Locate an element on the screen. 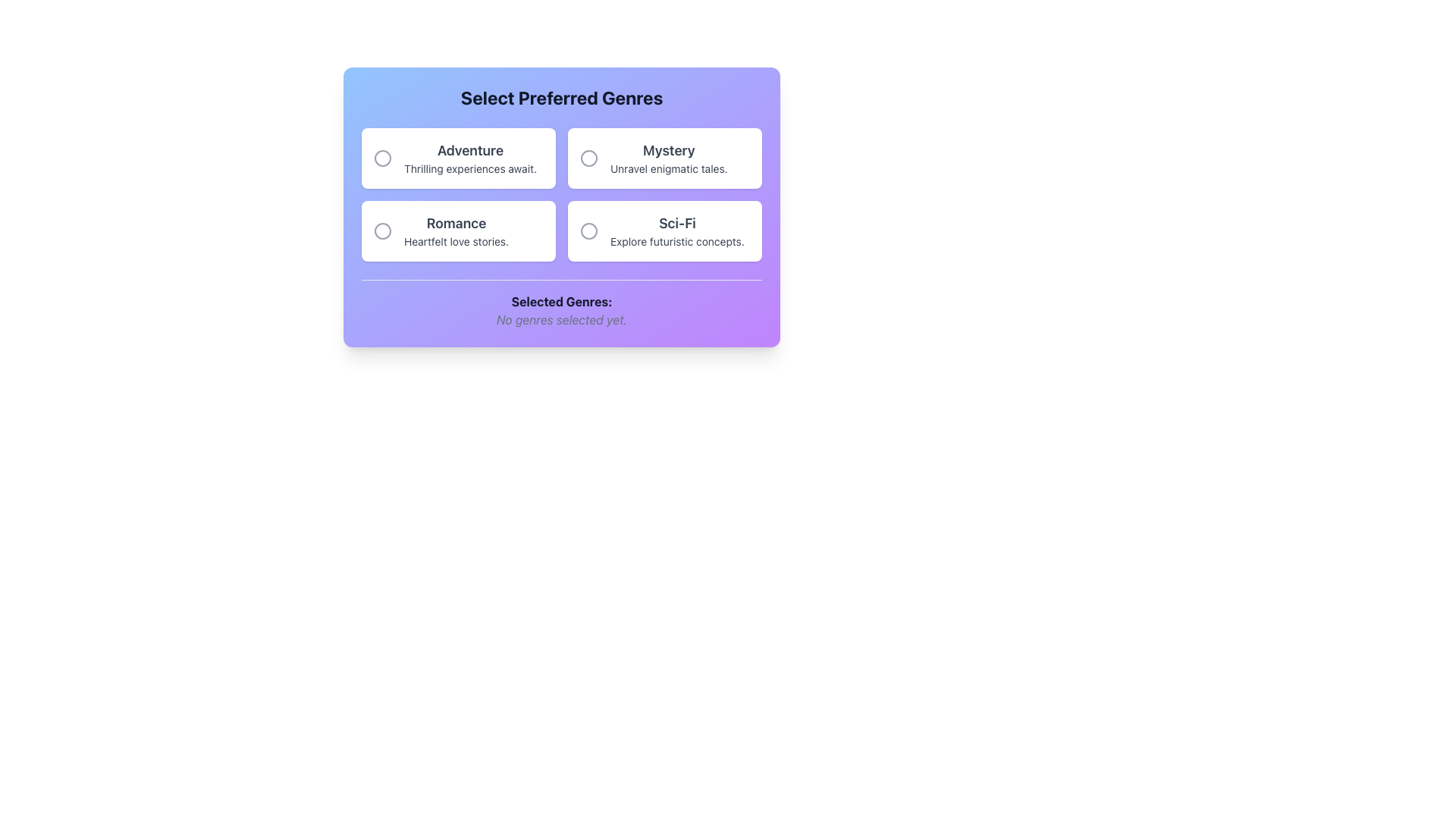 The width and height of the screenshot is (1456, 819). the text label 'Unravel enigmatic tales.' which provides context for the 'Mystery' genre option, located below the heading in the top-right quadrant of the selection panel is located at coordinates (668, 169).